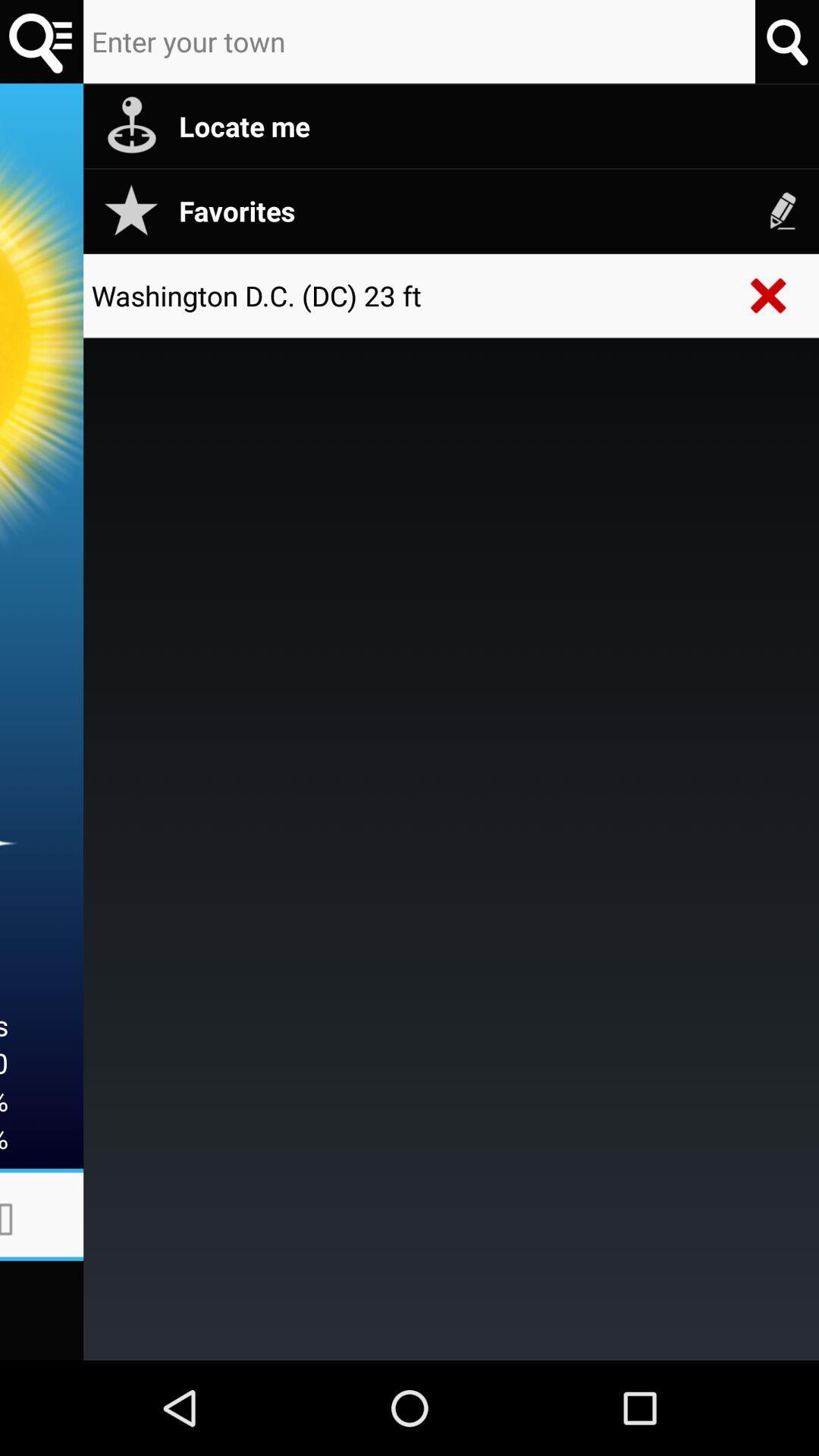  Describe the element at coordinates (41, 44) in the screenshot. I see `the search icon` at that location.